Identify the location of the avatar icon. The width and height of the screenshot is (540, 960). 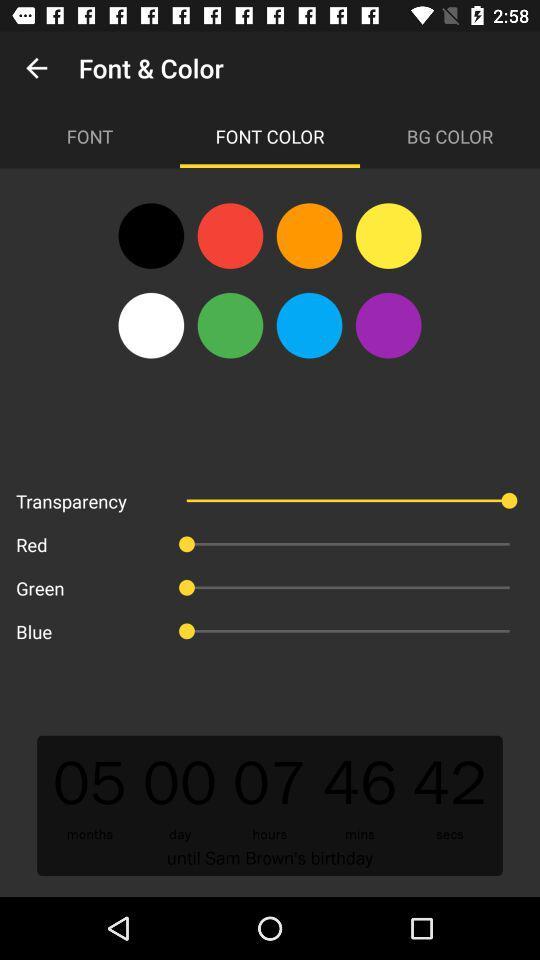
(229, 325).